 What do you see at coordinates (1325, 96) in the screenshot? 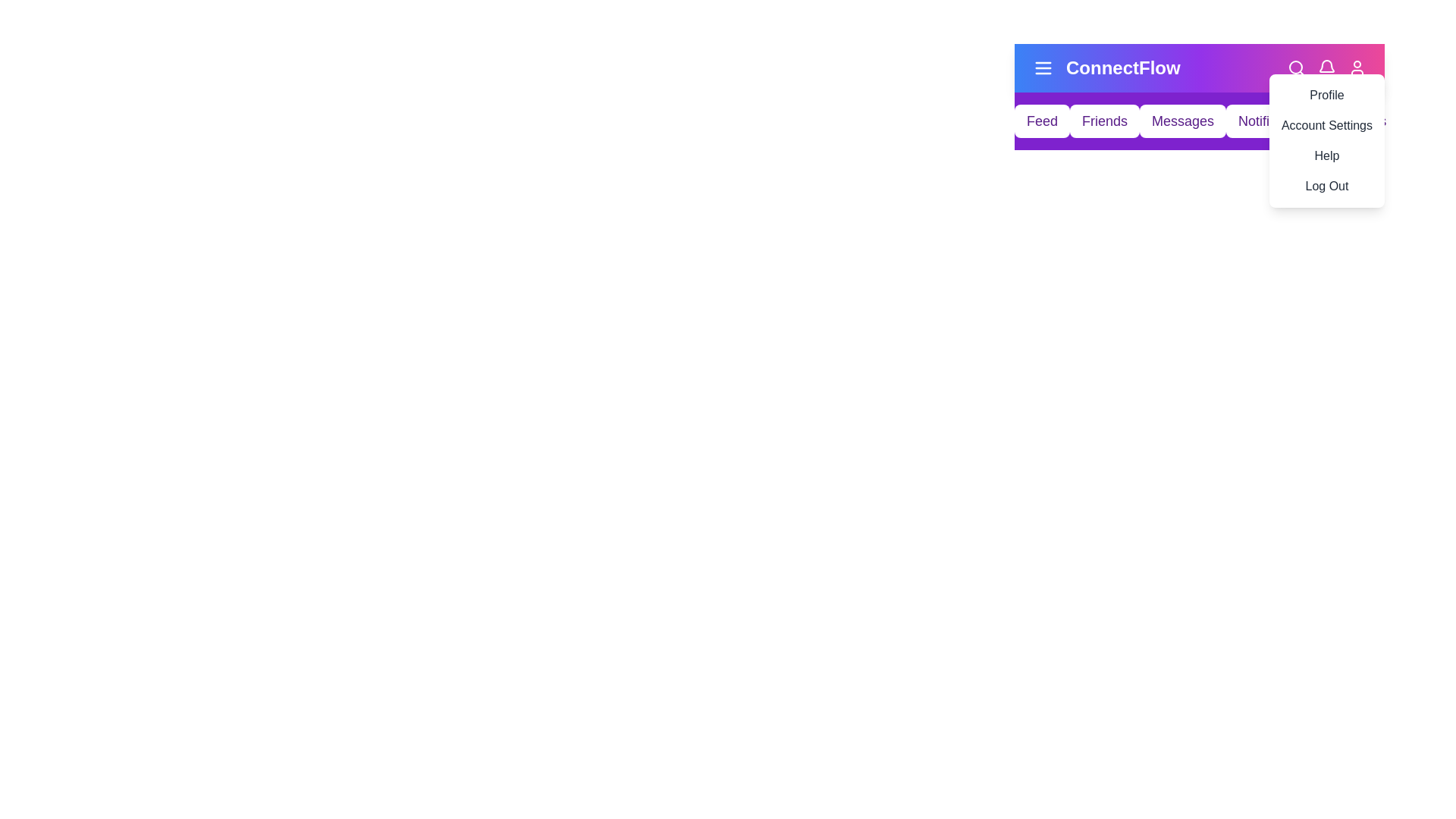
I see `the Profile in the profile menu` at bounding box center [1325, 96].